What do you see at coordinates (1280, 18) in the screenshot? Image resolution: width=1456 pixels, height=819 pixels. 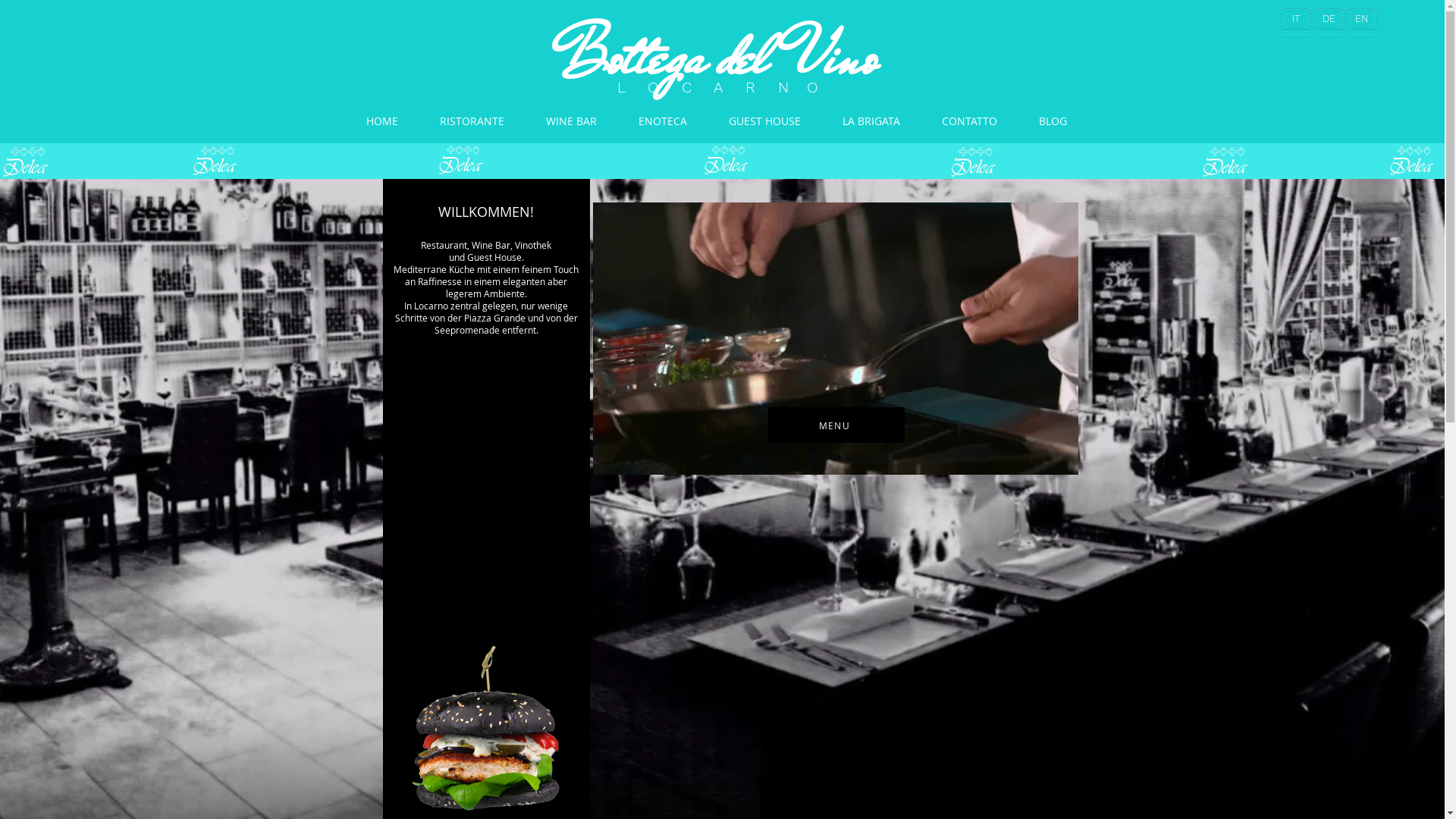 I see `'IT'` at bounding box center [1280, 18].